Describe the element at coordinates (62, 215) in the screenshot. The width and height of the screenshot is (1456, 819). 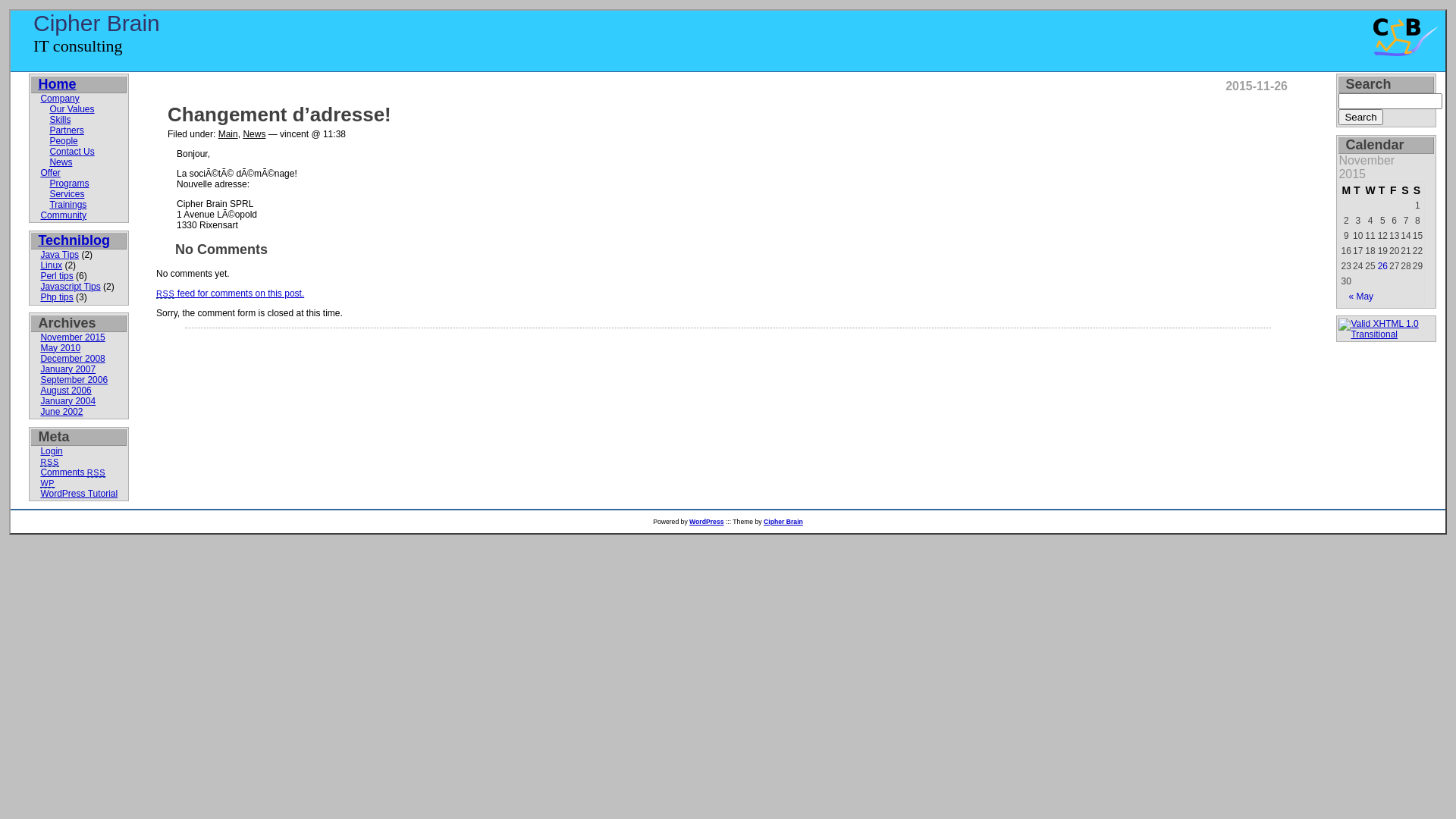
I see `'Community'` at that location.